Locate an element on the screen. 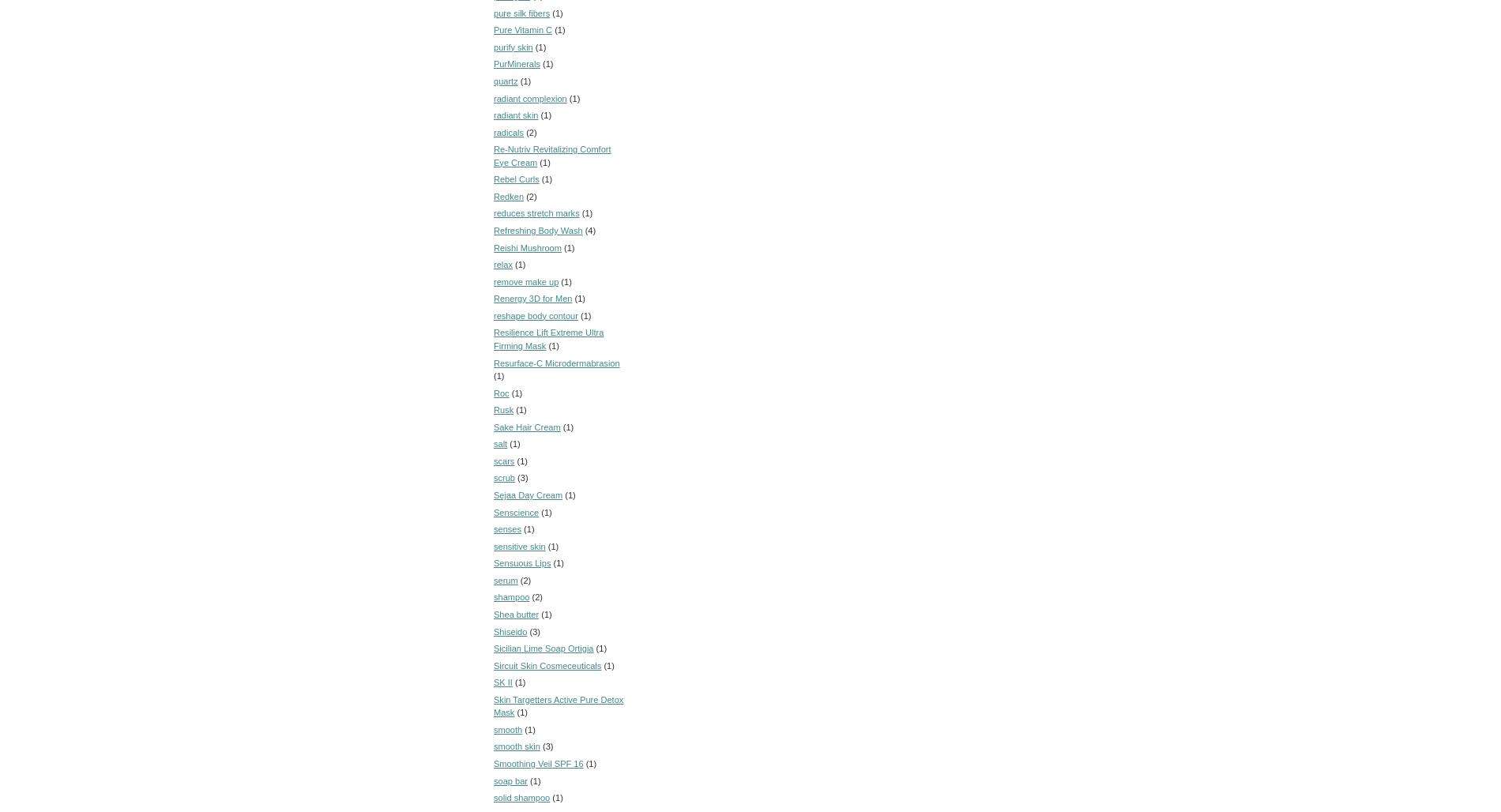 Image resolution: width=1501 pixels, height=812 pixels. 'Sicilian Lime Soap Ortigia' is located at coordinates (543, 648).